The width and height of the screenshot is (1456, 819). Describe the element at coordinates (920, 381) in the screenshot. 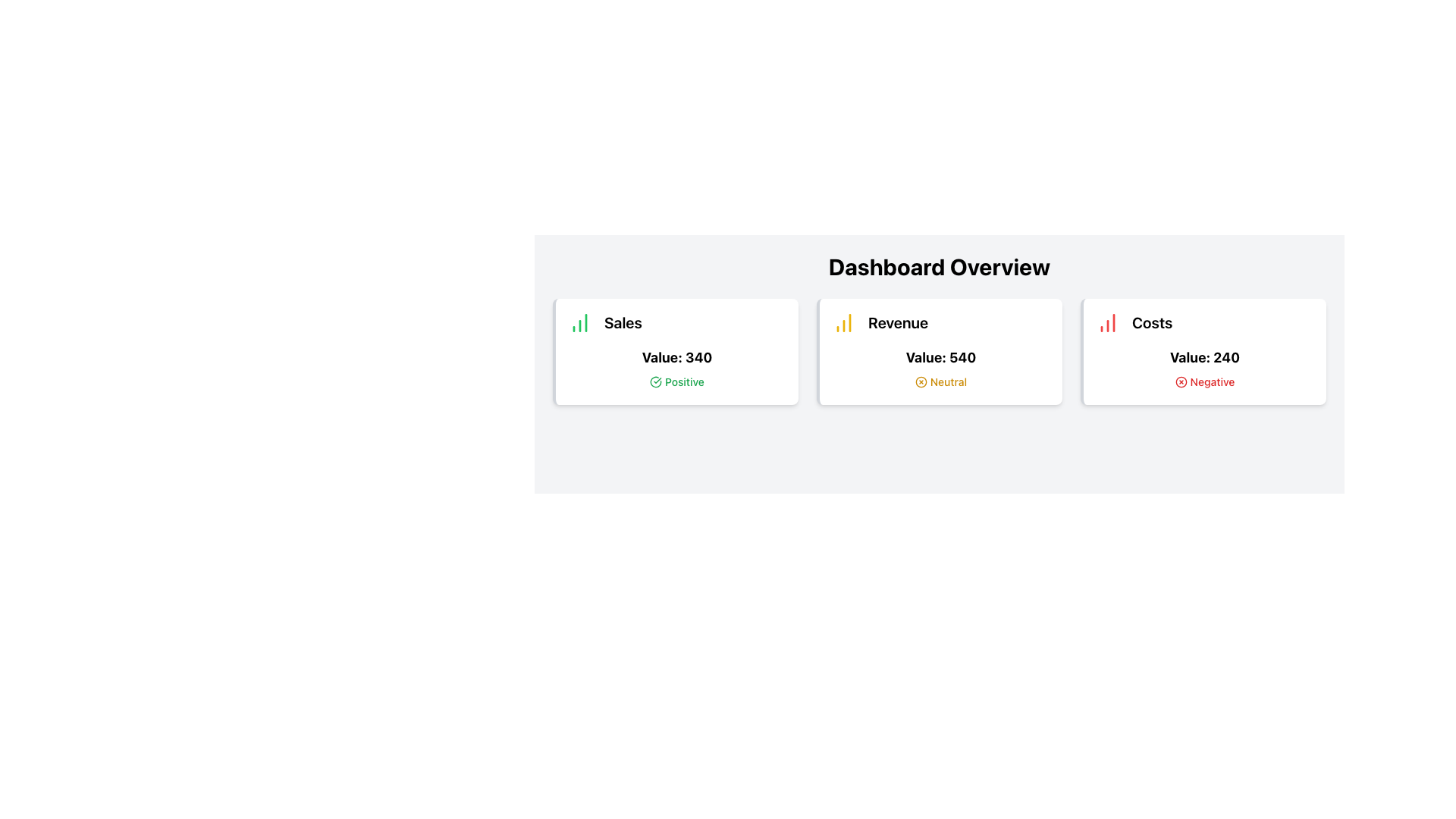

I see `the 'Neutral' status icon in the 'Revenue' card, which is centrally located between the icon and the 'Neutral' text` at that location.